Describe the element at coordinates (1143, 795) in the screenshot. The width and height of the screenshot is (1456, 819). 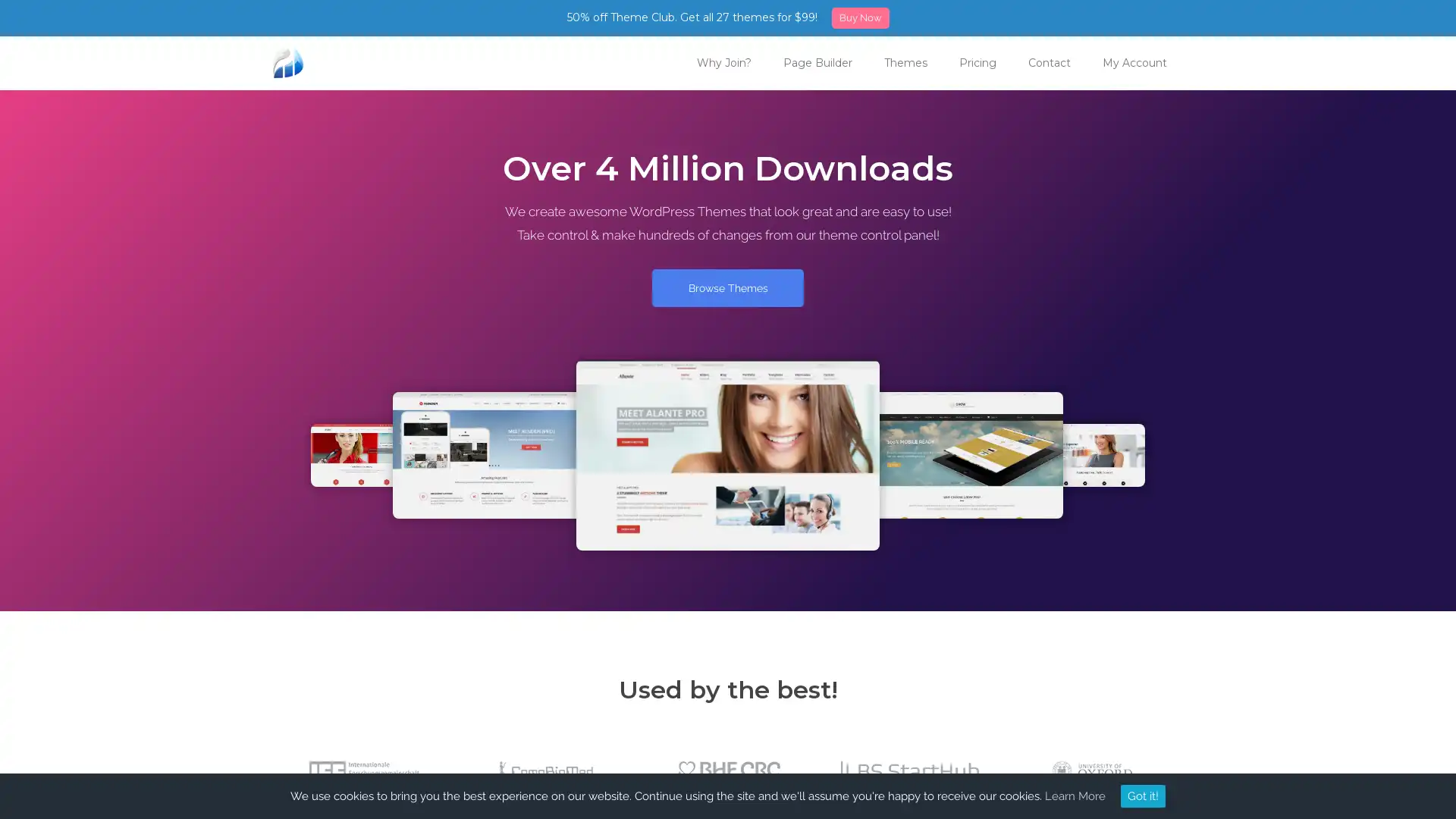
I see `Got it!` at that location.